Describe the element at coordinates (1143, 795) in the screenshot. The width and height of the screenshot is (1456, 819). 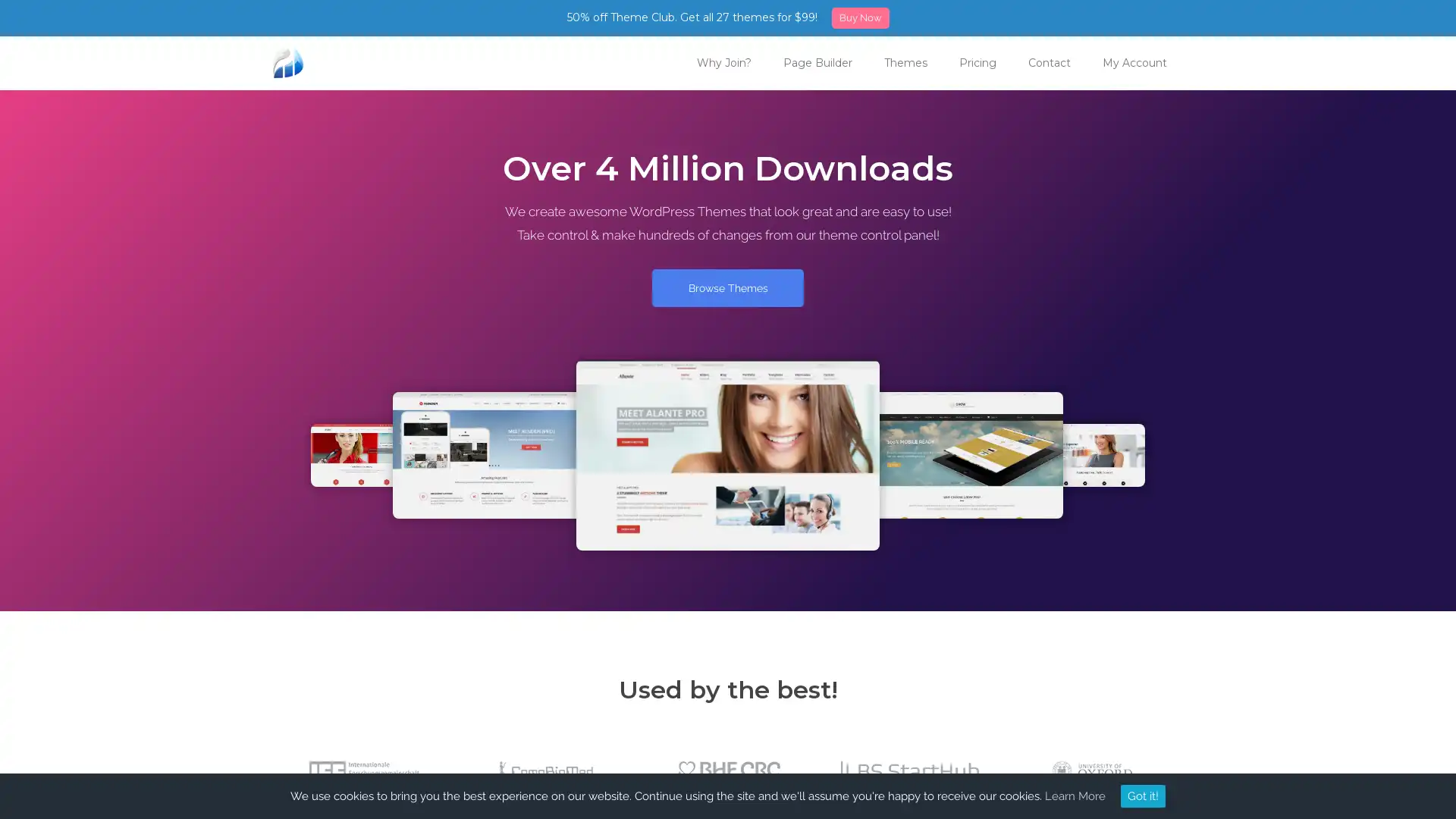
I see `Got it!` at that location.